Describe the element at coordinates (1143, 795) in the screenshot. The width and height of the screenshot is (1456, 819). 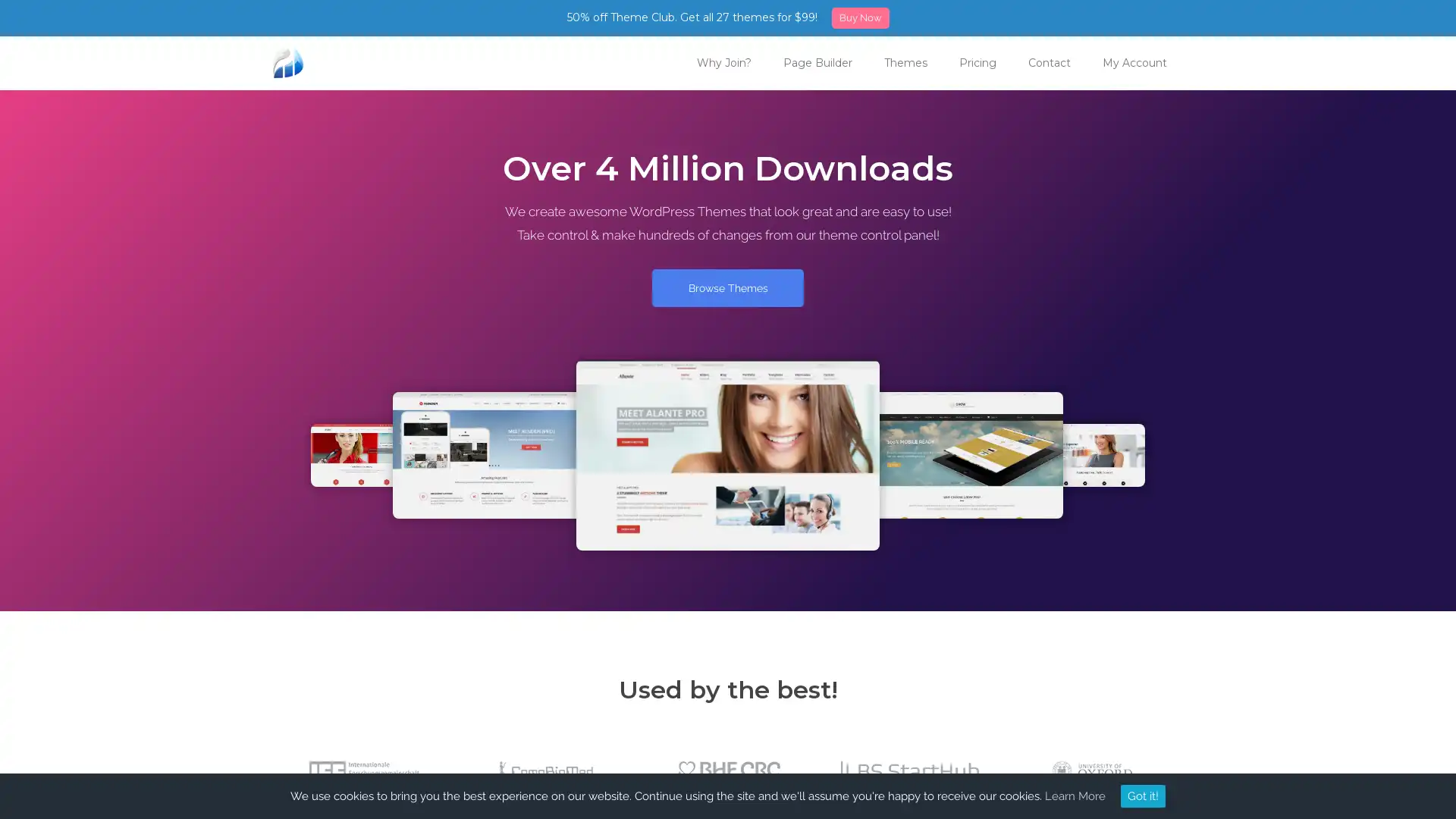
I see `Got it!` at that location.